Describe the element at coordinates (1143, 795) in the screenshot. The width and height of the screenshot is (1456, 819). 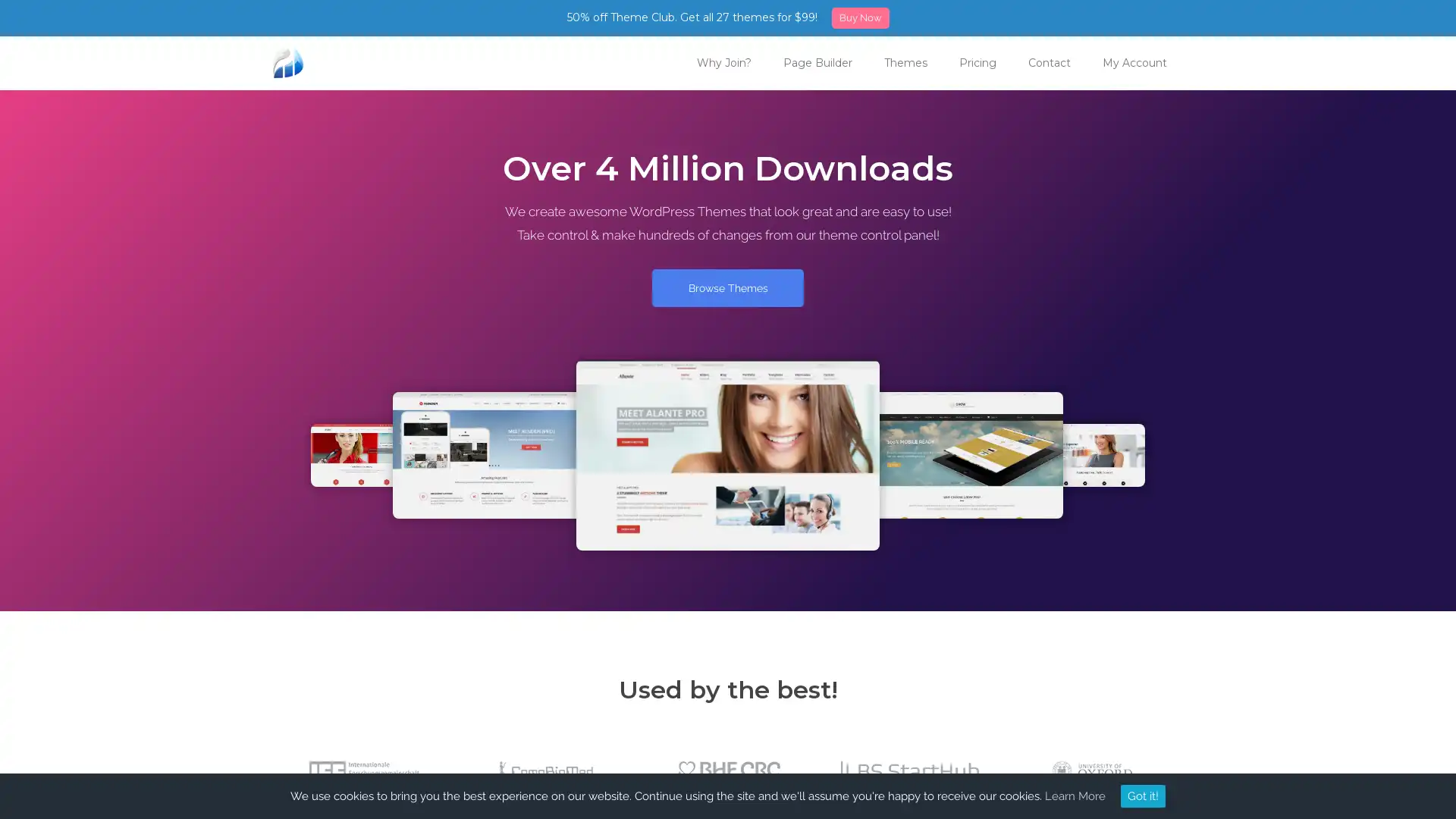
I see `Got it!` at that location.